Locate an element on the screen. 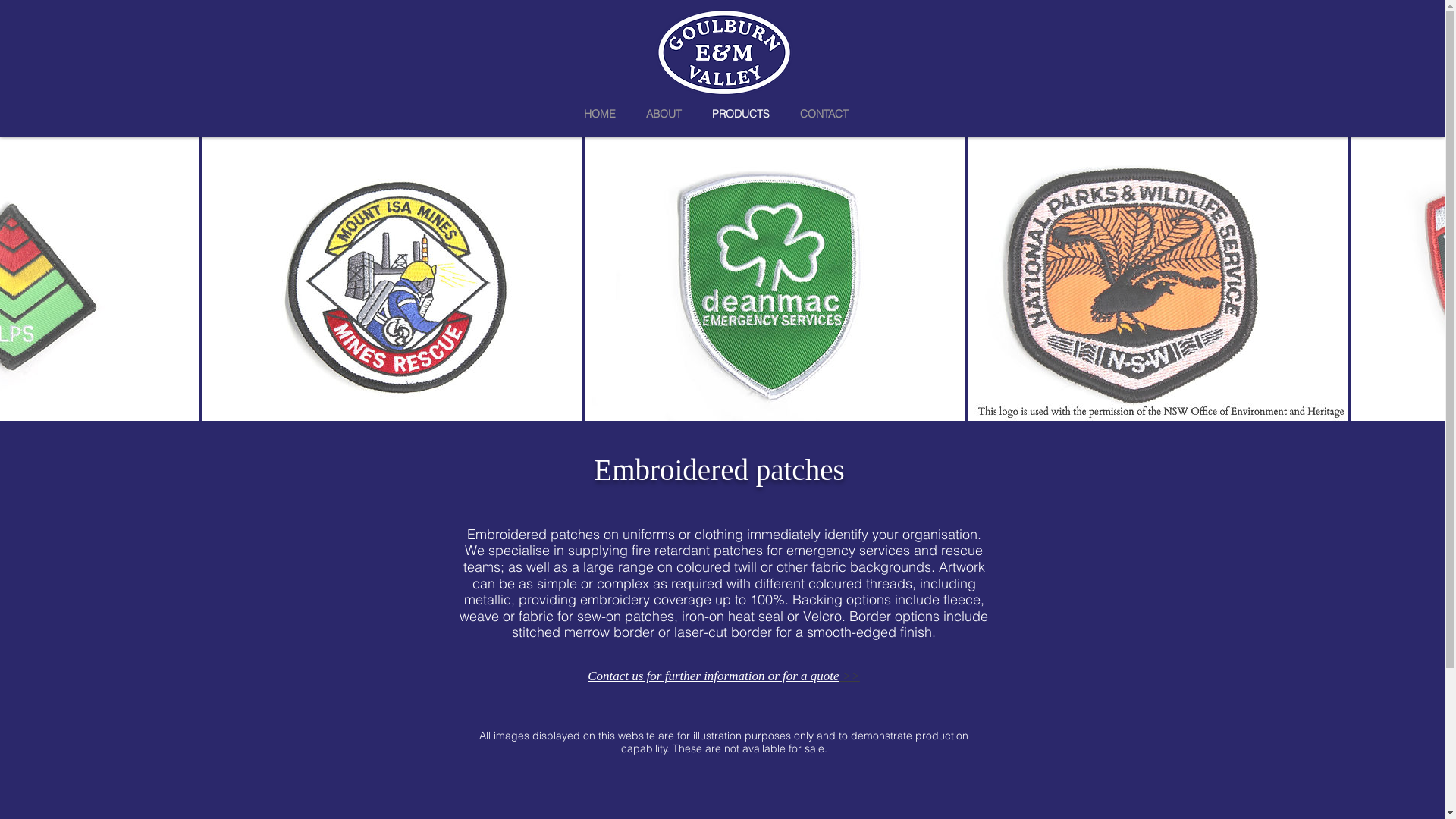  'Contact us for further information or for a quote >>' is located at coordinates (723, 675).